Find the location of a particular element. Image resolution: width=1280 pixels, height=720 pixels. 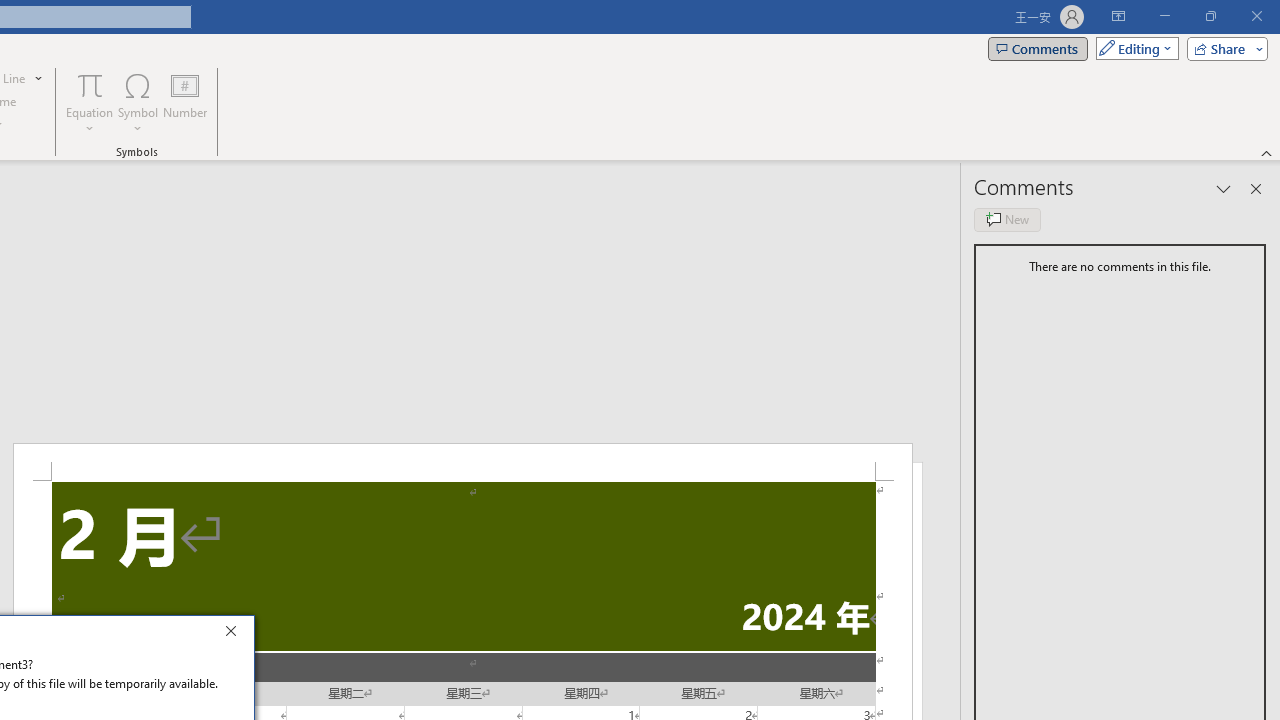

'Minimize' is located at coordinates (1164, 16).